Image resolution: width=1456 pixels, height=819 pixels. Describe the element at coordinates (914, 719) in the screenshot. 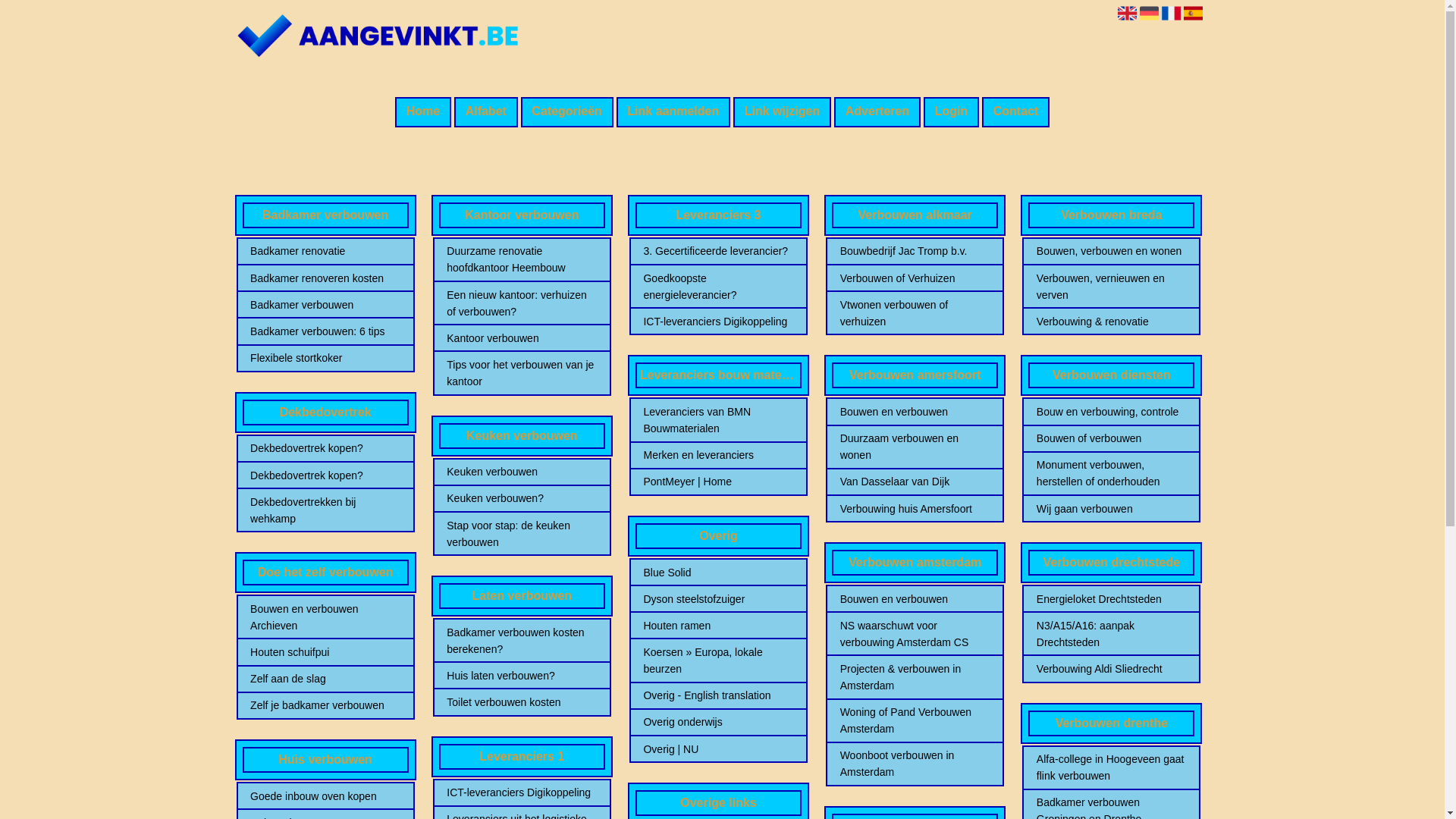

I see `'Woning of Pand Verbouwen Amsterdam'` at that location.